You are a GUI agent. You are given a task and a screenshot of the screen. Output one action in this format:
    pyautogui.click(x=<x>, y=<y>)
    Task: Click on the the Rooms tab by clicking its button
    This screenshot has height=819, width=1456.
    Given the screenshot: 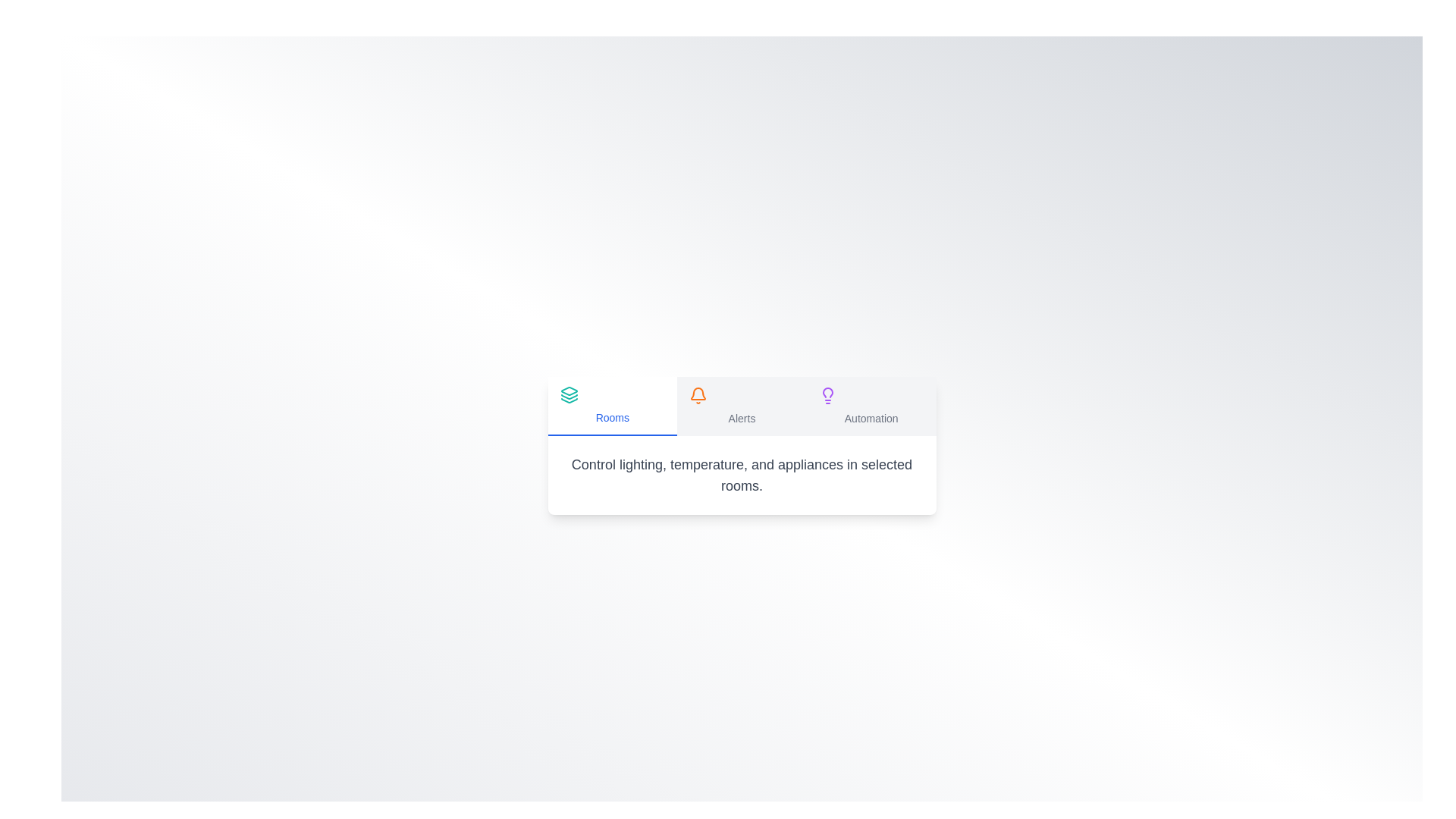 What is the action you would take?
    pyautogui.click(x=612, y=406)
    